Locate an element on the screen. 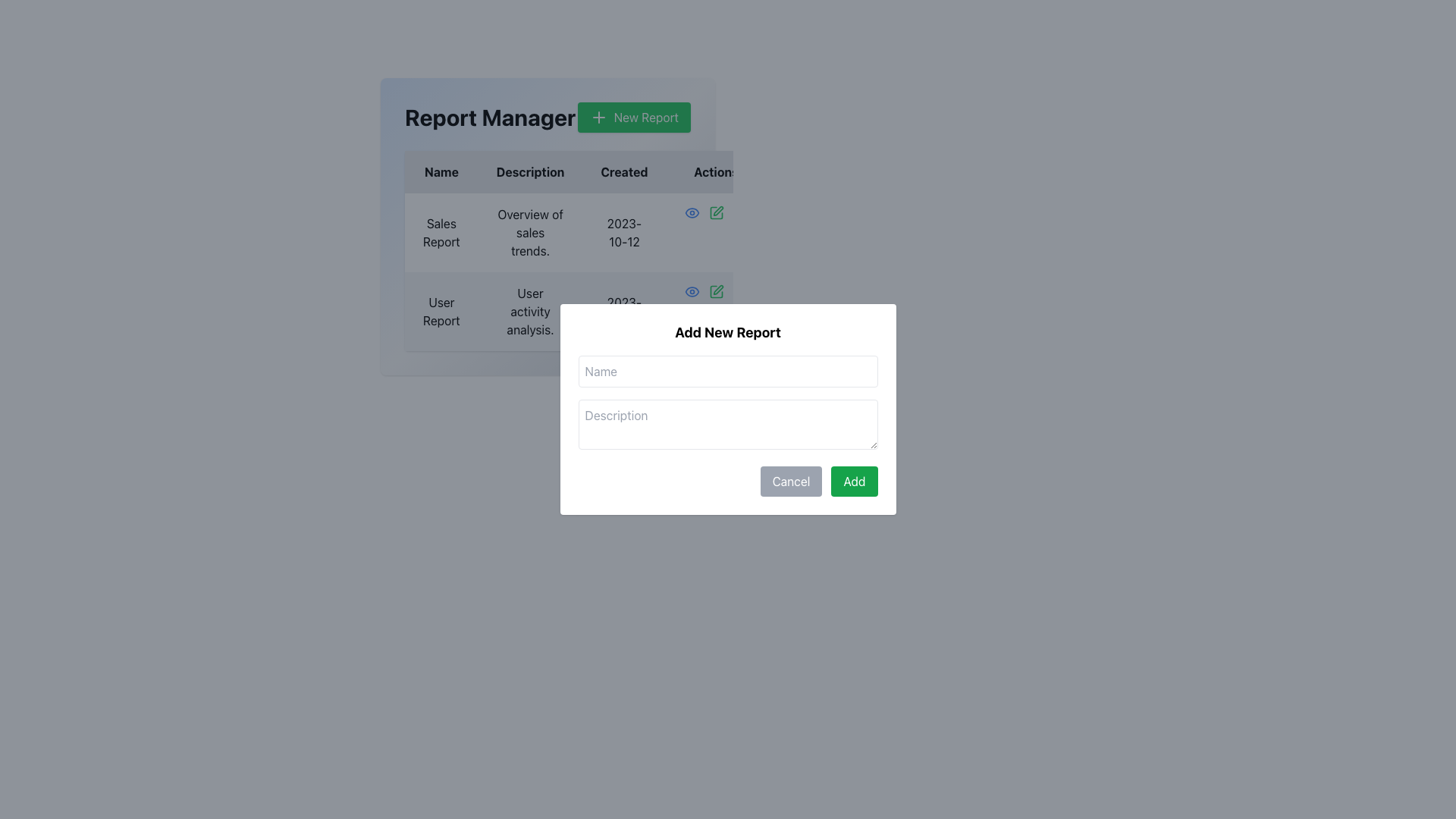  the small pencil-shaped icon in the second row of the table under the 'Action' column is located at coordinates (717, 290).